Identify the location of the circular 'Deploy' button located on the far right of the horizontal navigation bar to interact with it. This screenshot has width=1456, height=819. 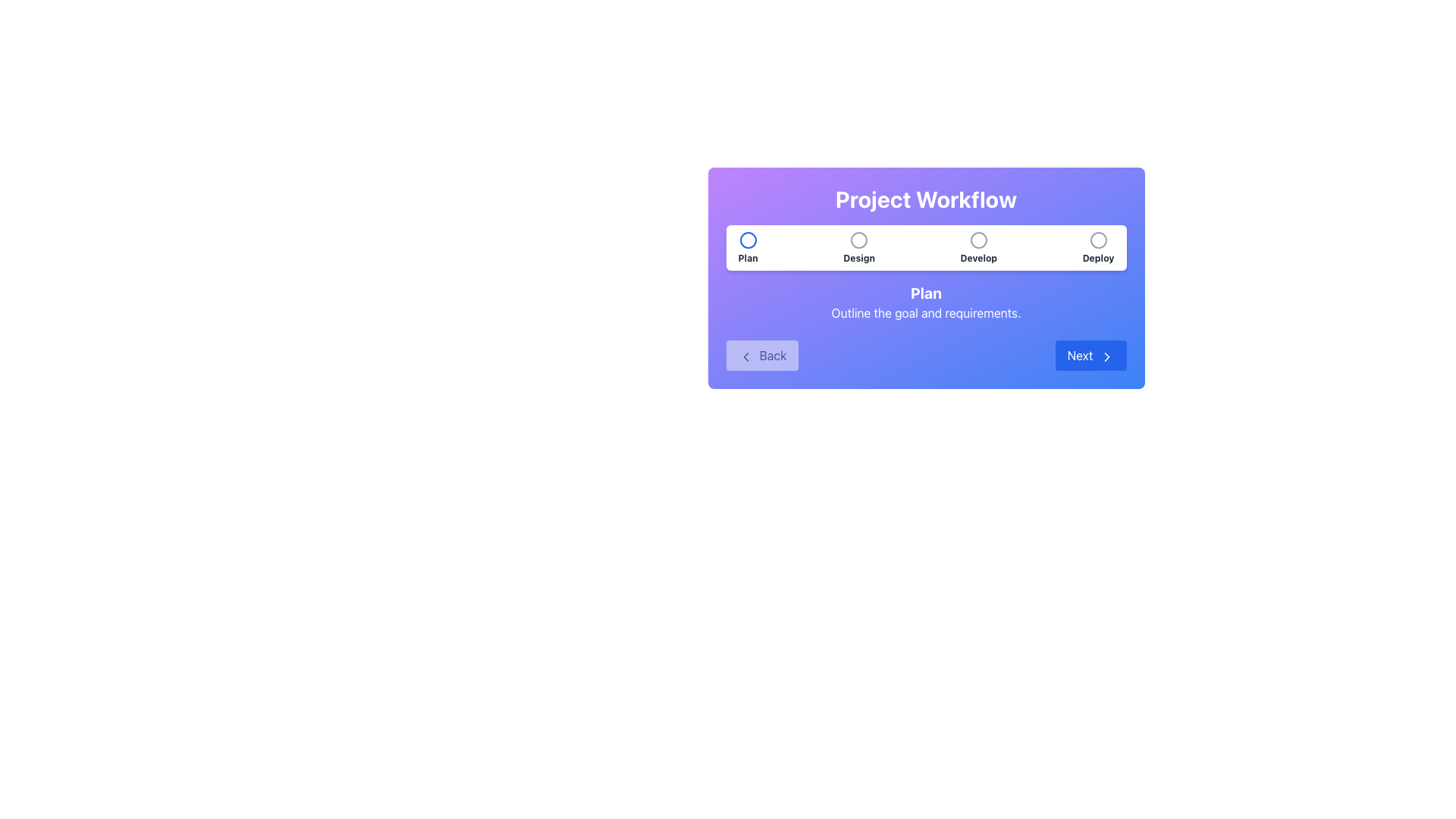
(1098, 239).